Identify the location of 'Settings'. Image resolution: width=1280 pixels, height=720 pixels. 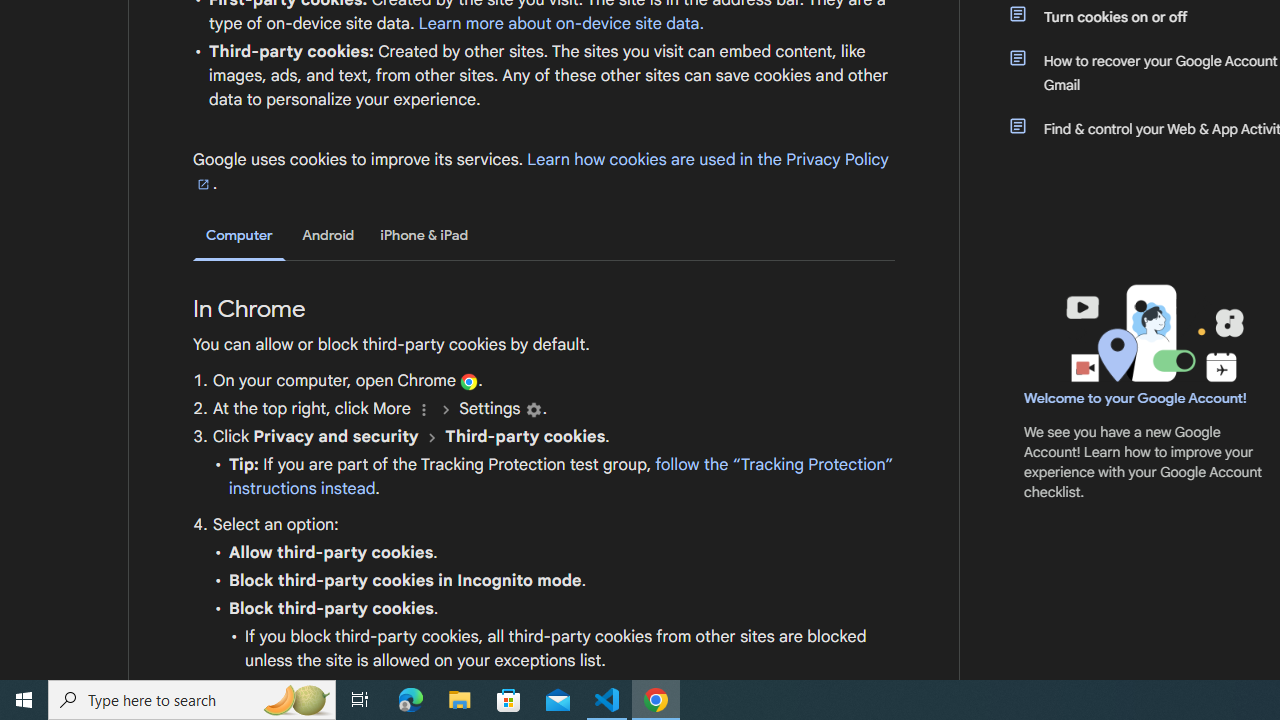
(533, 408).